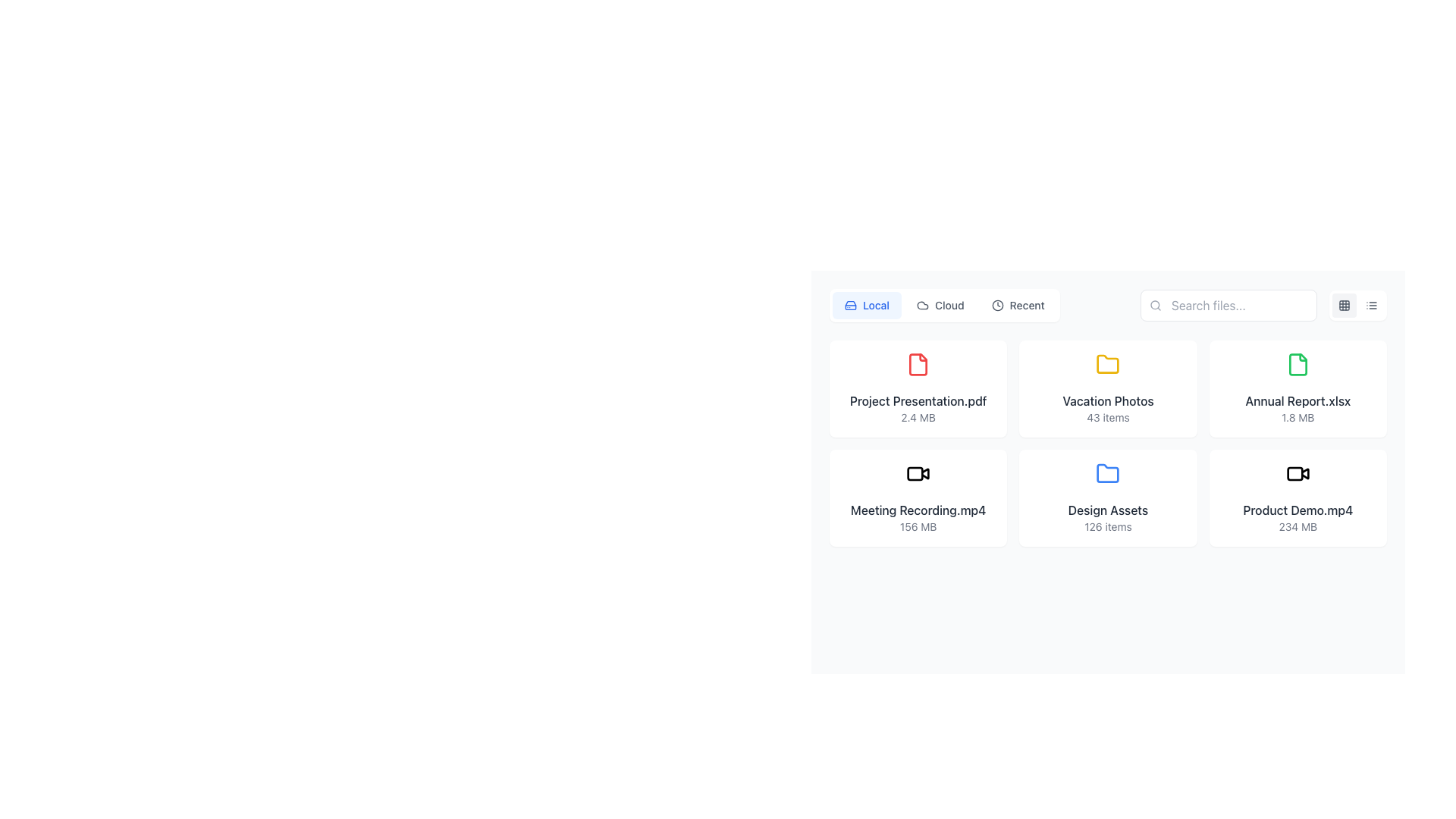 Image resolution: width=1456 pixels, height=819 pixels. Describe the element at coordinates (1018, 305) in the screenshot. I see `the button that switches the view of displayed items` at that location.